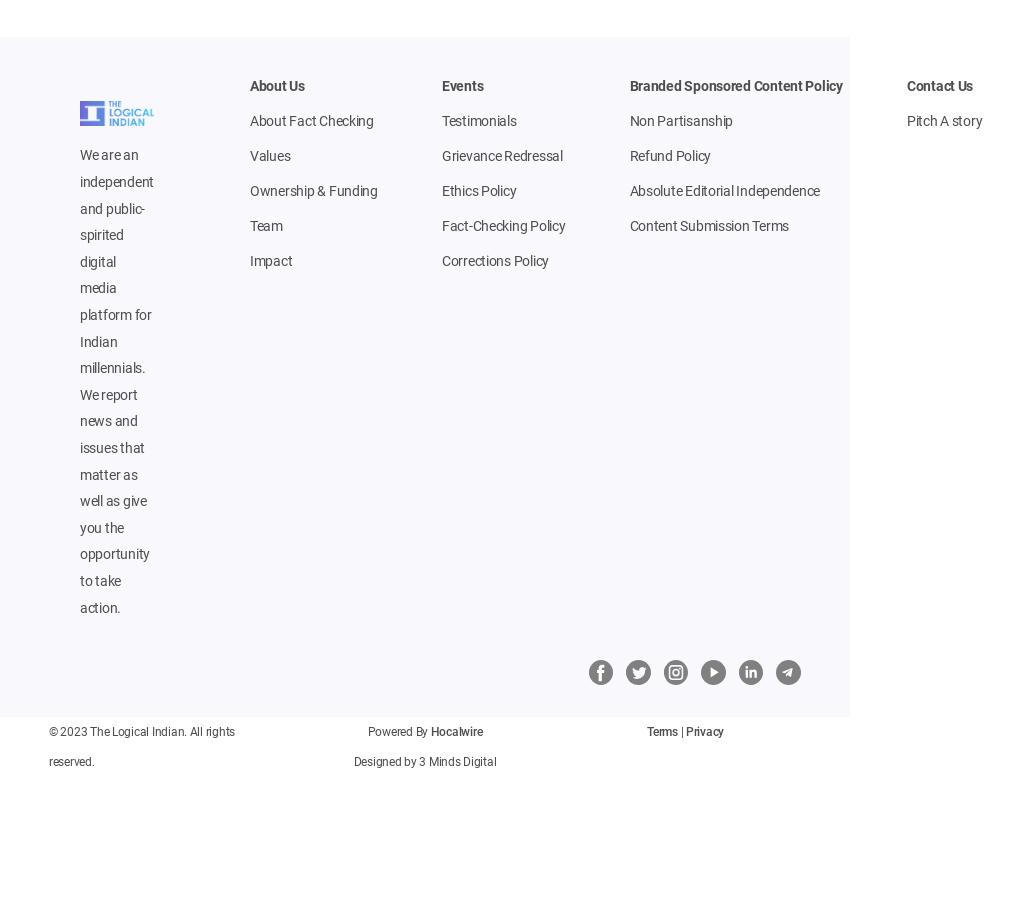 This screenshot has width=1014, height=908. What do you see at coordinates (440, 191) in the screenshot?
I see `'Ethics Policy'` at bounding box center [440, 191].